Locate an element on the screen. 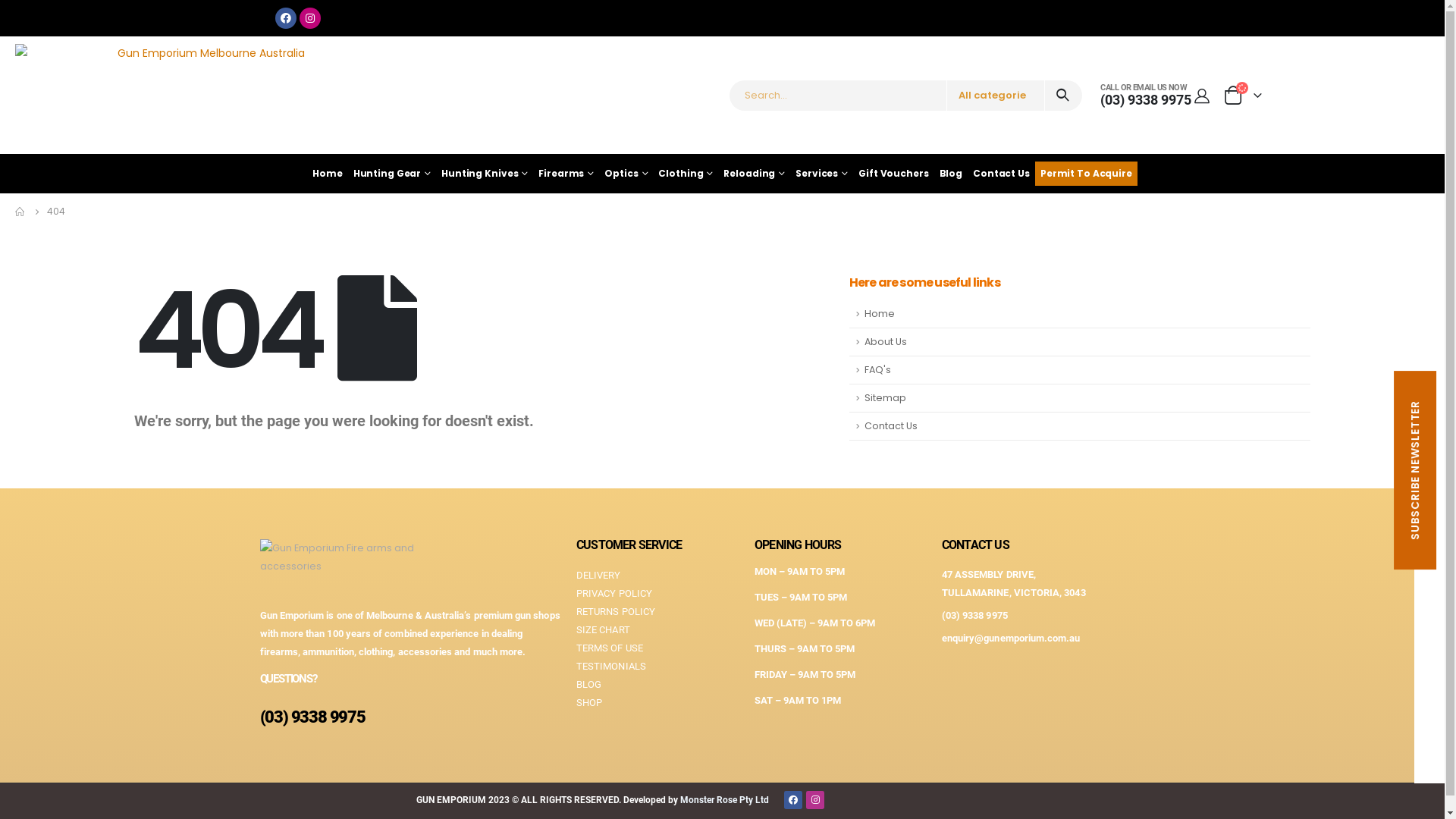  'Gift Vouchers' is located at coordinates (893, 172).